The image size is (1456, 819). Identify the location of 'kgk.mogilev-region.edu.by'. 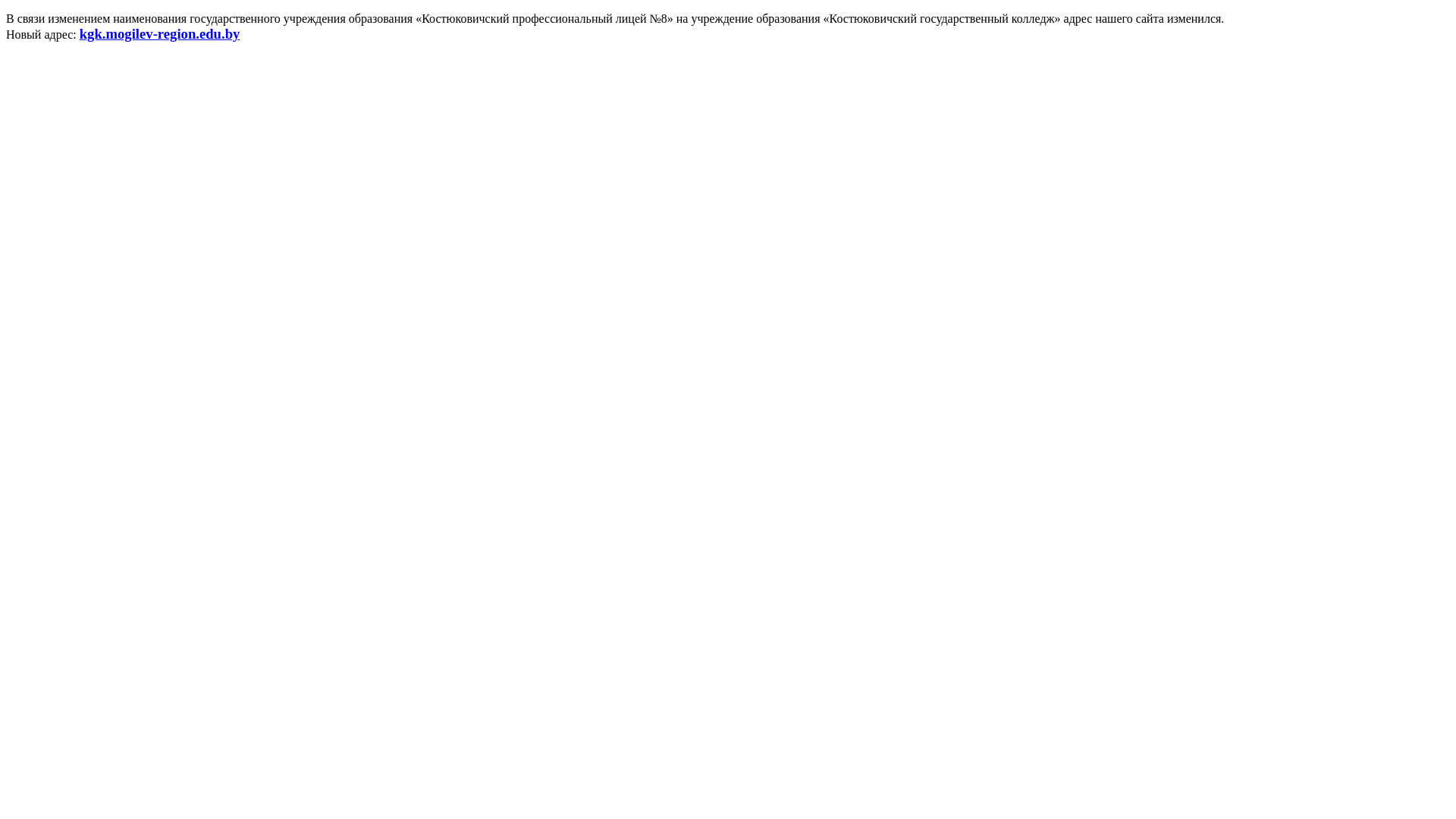
(160, 34).